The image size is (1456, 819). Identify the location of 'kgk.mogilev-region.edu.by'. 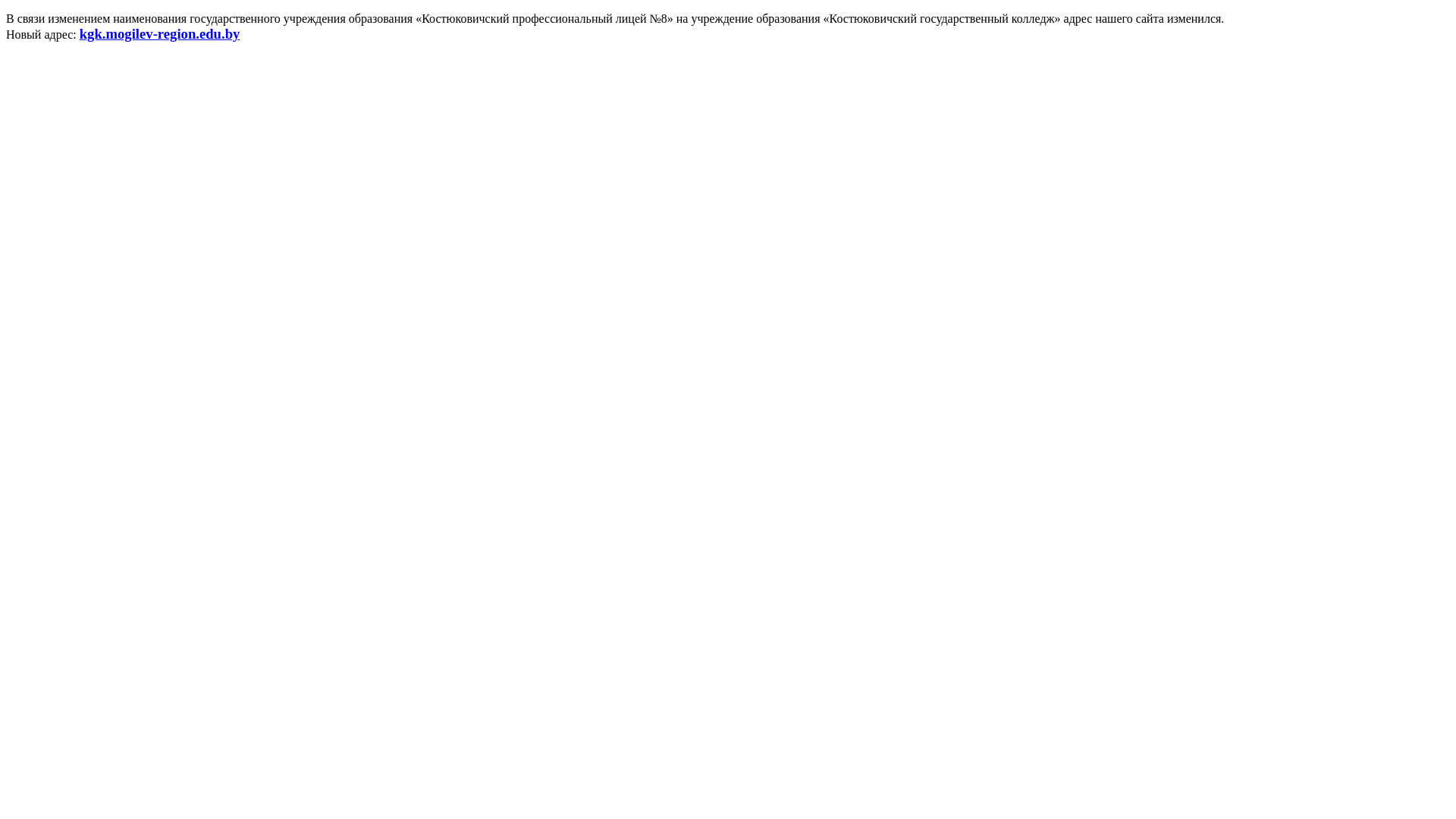
(160, 34).